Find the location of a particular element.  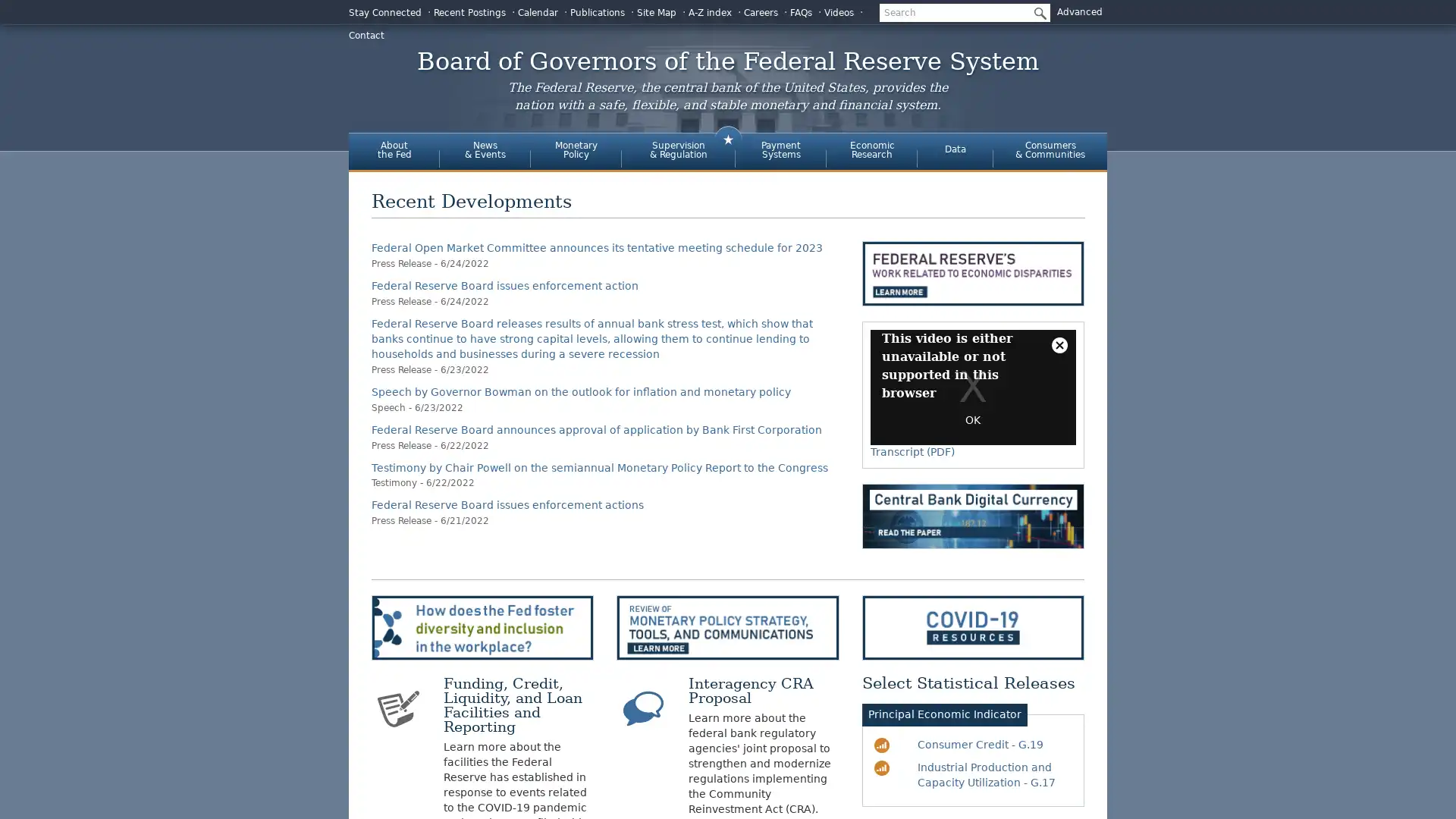

Submit Search Button is located at coordinates (1037, 12).